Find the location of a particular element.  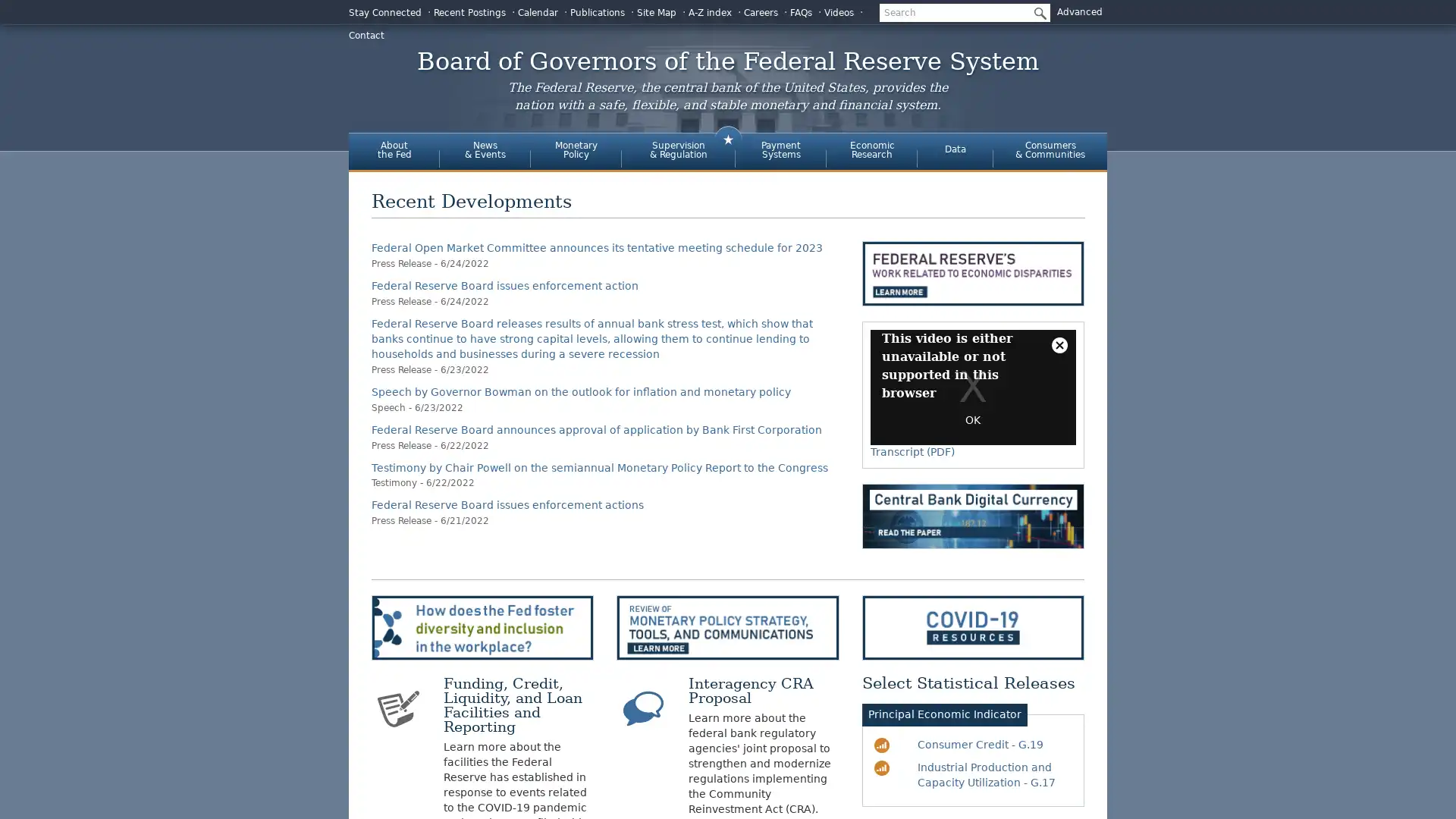

Submit Search Button is located at coordinates (1037, 12).